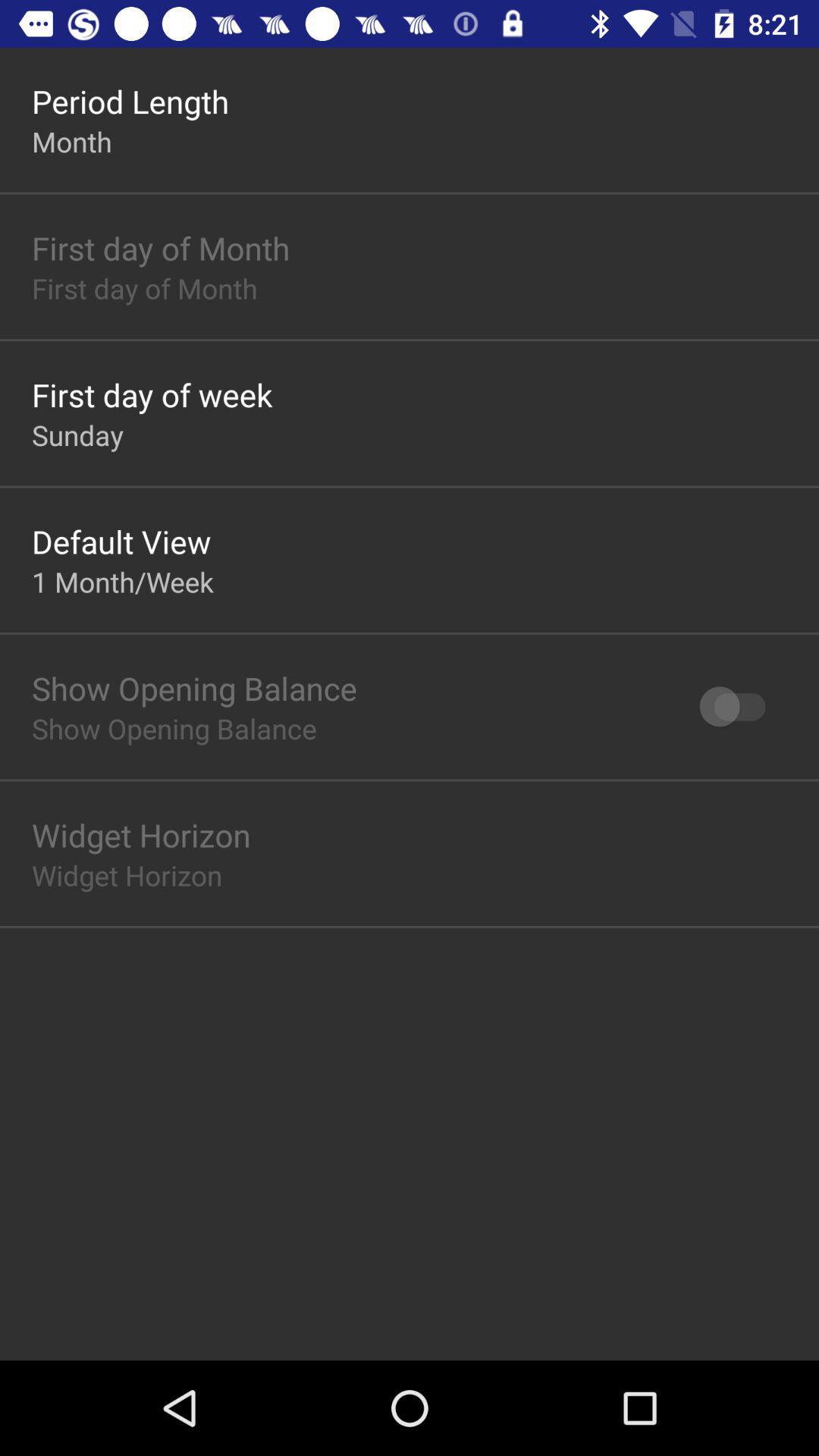  What do you see at coordinates (77, 434) in the screenshot?
I see `item above default view app` at bounding box center [77, 434].